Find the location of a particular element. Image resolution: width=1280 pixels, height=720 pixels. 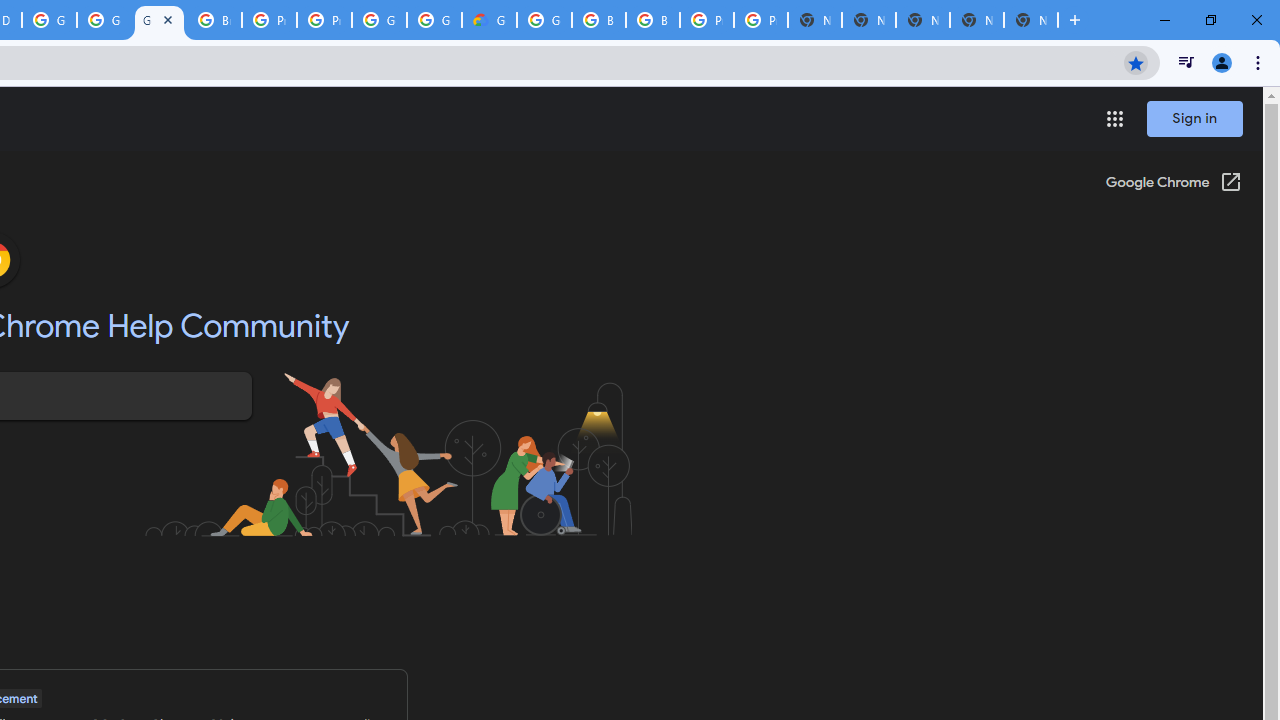

'Google Cloud Estimate Summary' is located at coordinates (489, 20).